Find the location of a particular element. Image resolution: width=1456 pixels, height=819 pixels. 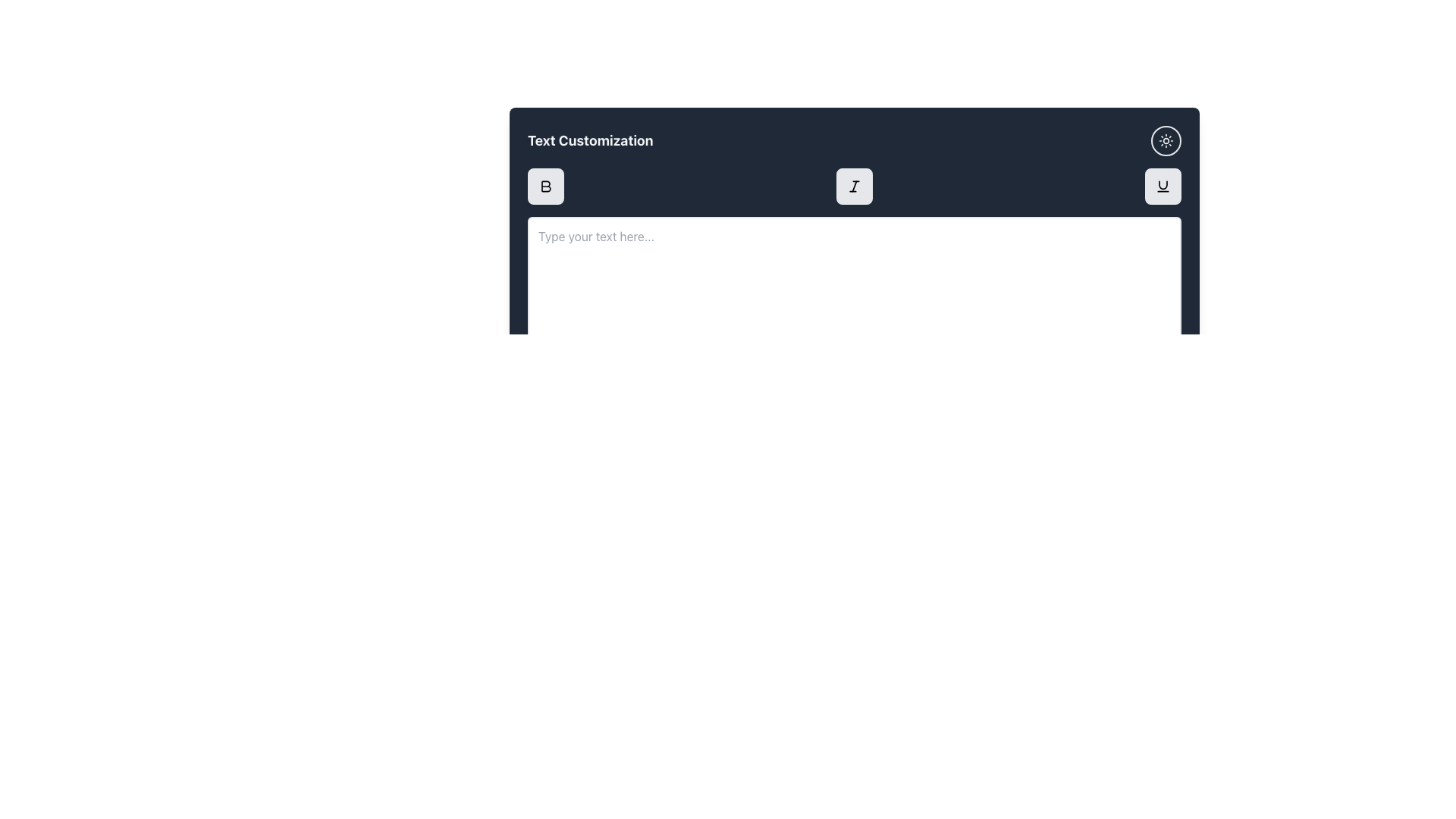

the sun icon located in the upper right corner of the UI panel is located at coordinates (1165, 140).